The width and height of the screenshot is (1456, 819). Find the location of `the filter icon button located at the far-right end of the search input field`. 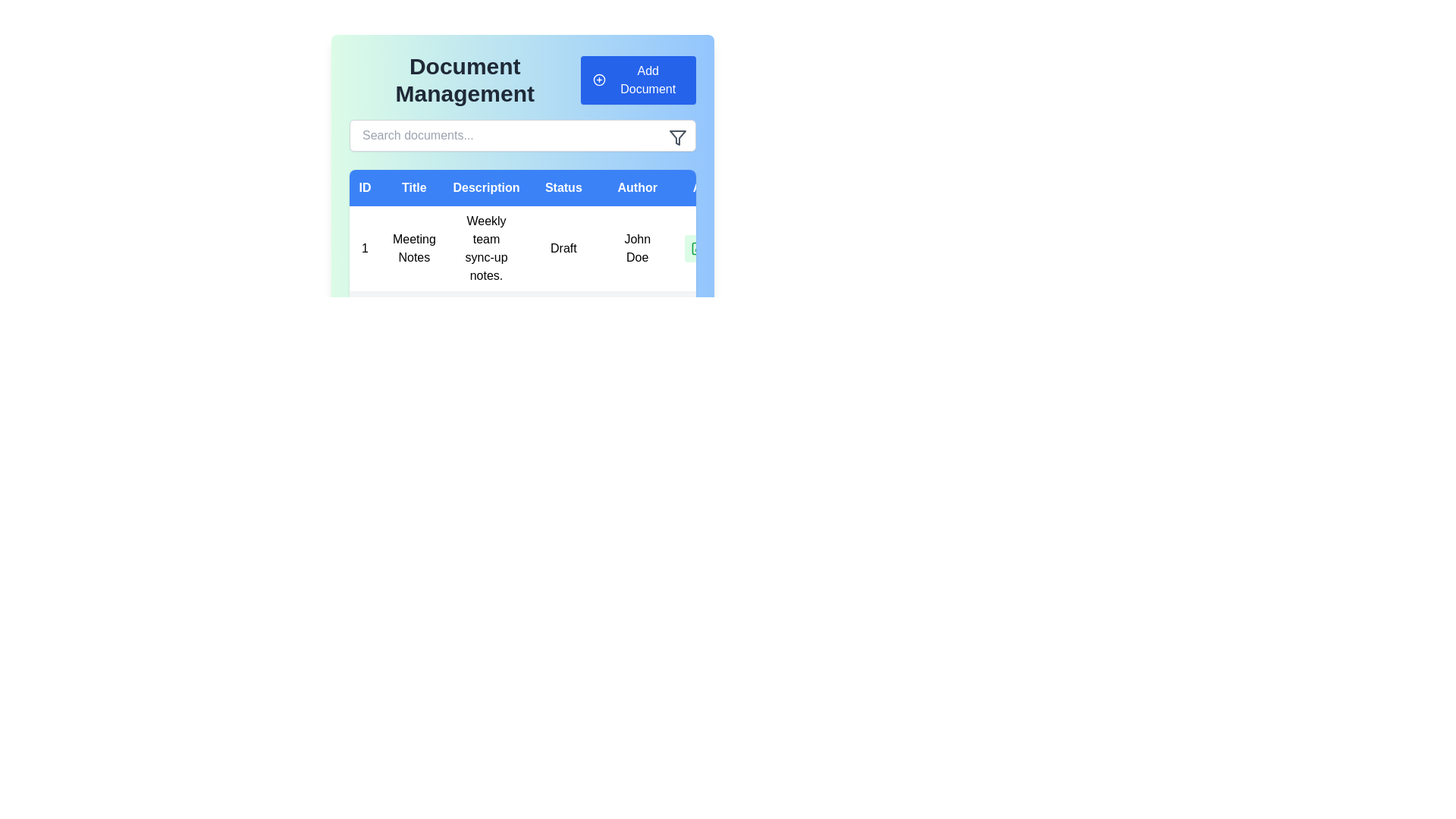

the filter icon button located at the far-right end of the search input field is located at coordinates (676, 137).